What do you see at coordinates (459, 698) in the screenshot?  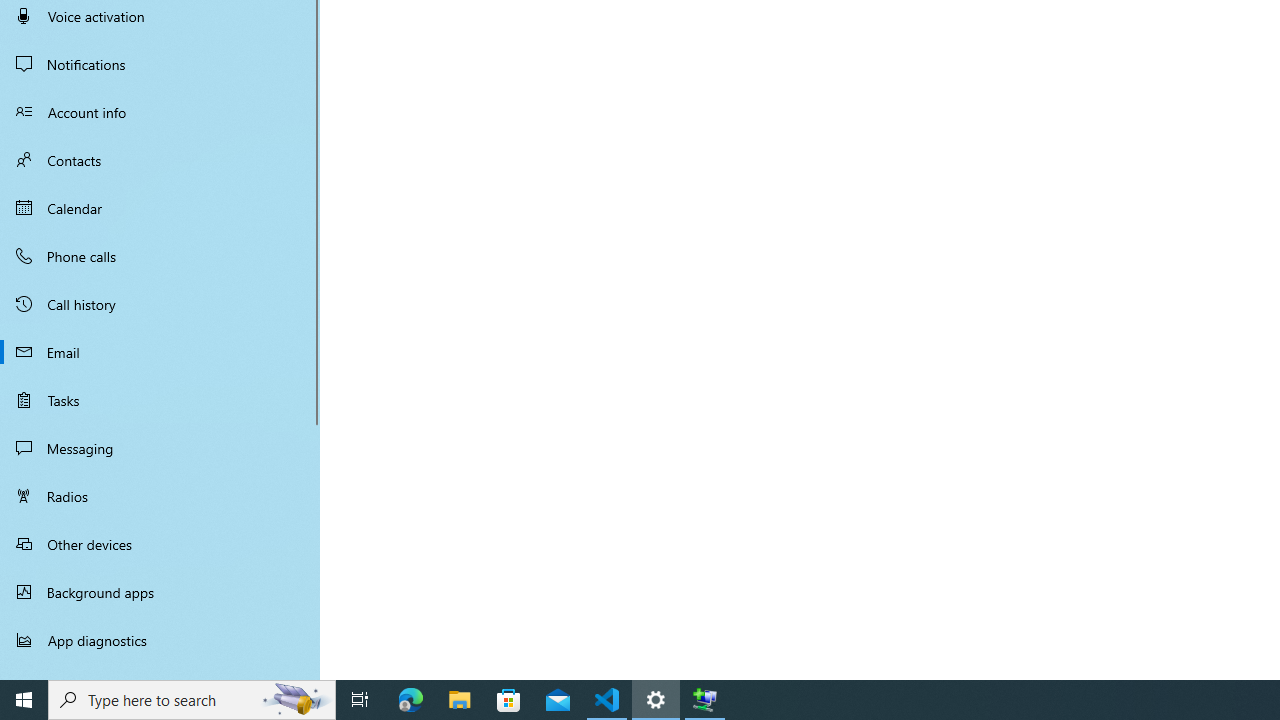 I see `'File Explorer'` at bounding box center [459, 698].